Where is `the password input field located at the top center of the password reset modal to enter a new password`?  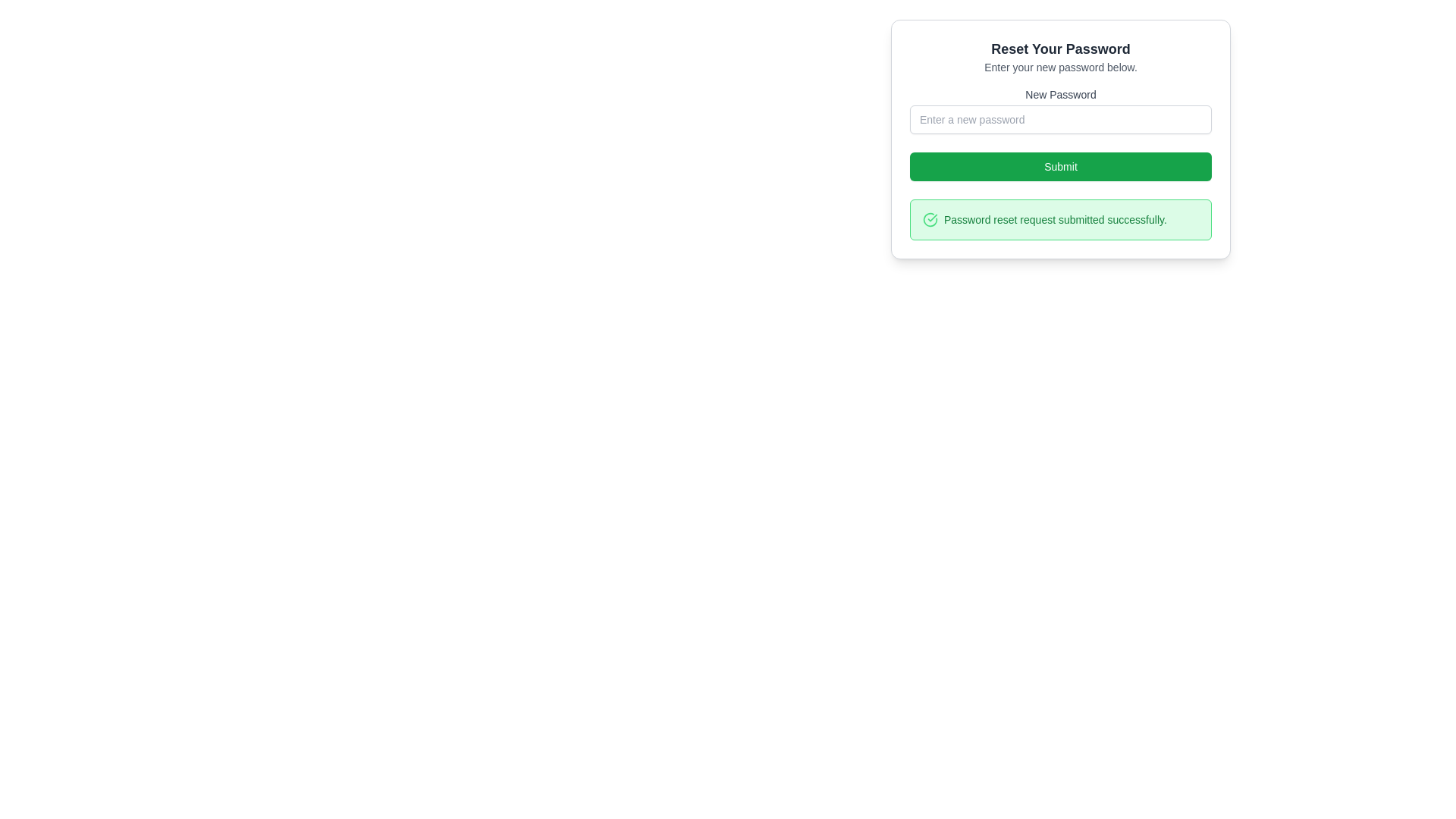 the password input field located at the top center of the password reset modal to enter a new password is located at coordinates (1059, 140).